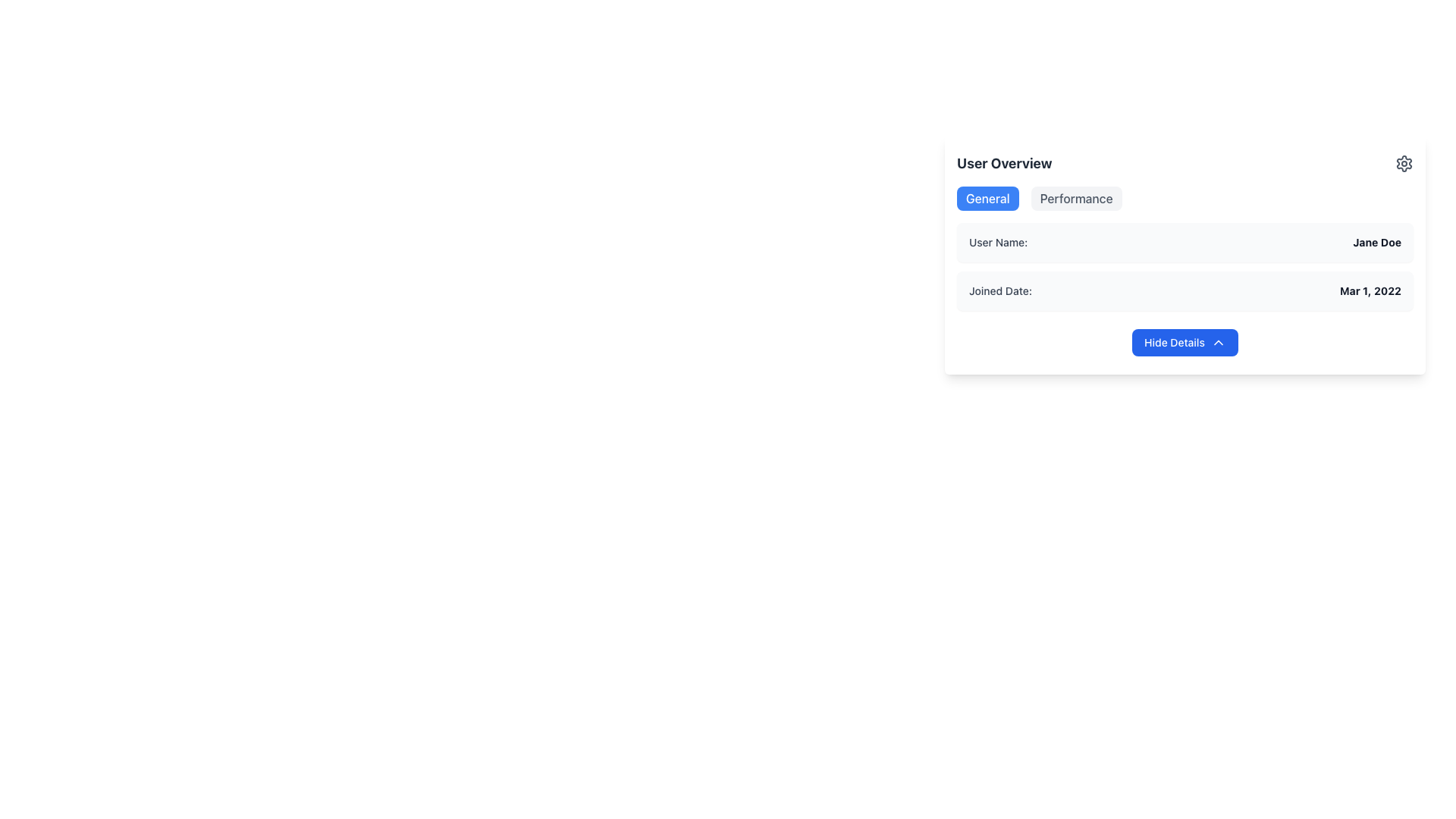 The width and height of the screenshot is (1456, 819). Describe the element at coordinates (1004, 164) in the screenshot. I see `text from the 'User Overview' title text label, which is a bold and large font in dark gray color, located at the top left of the content box` at that location.